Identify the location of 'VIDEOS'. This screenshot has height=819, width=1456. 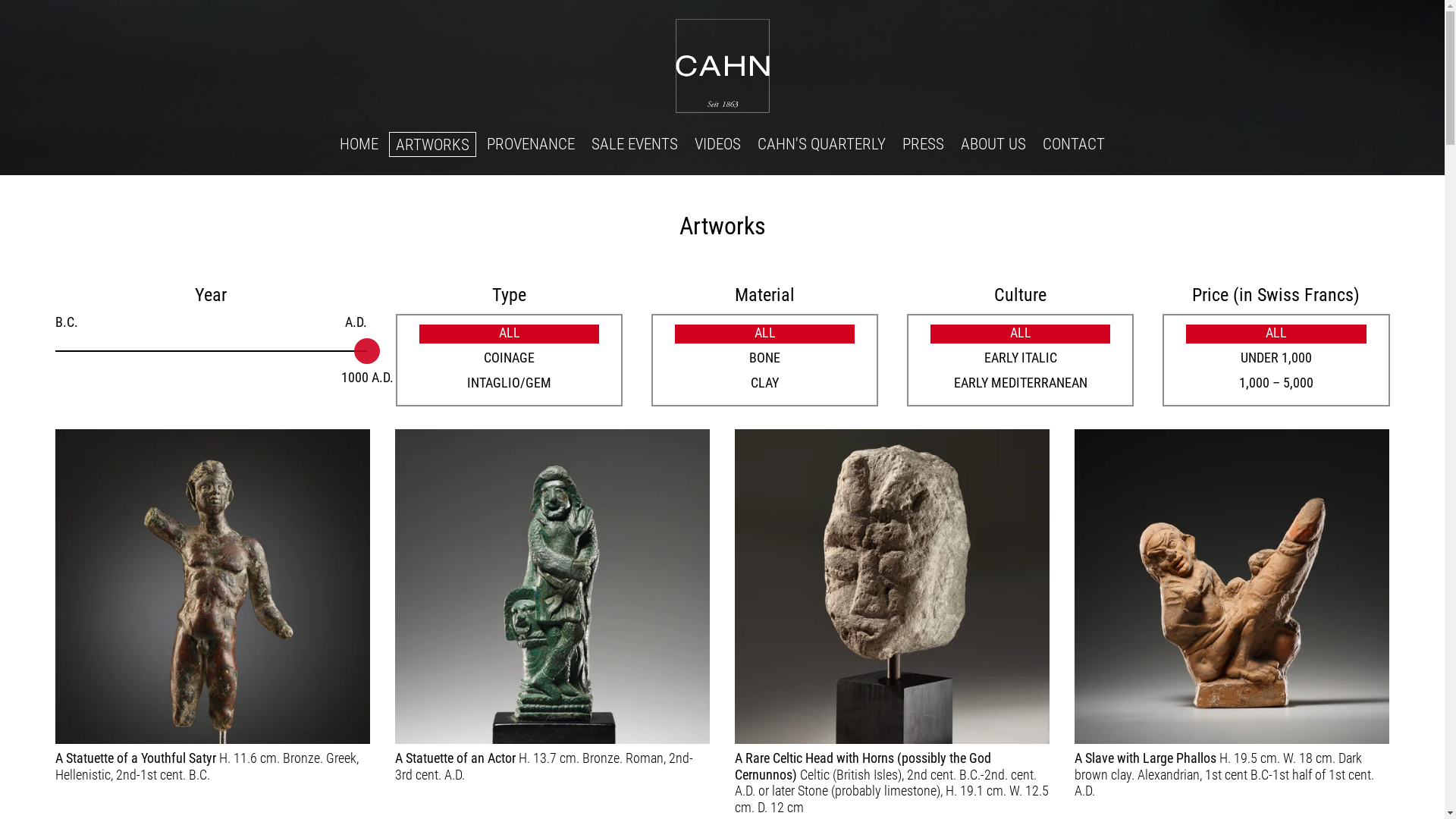
(687, 144).